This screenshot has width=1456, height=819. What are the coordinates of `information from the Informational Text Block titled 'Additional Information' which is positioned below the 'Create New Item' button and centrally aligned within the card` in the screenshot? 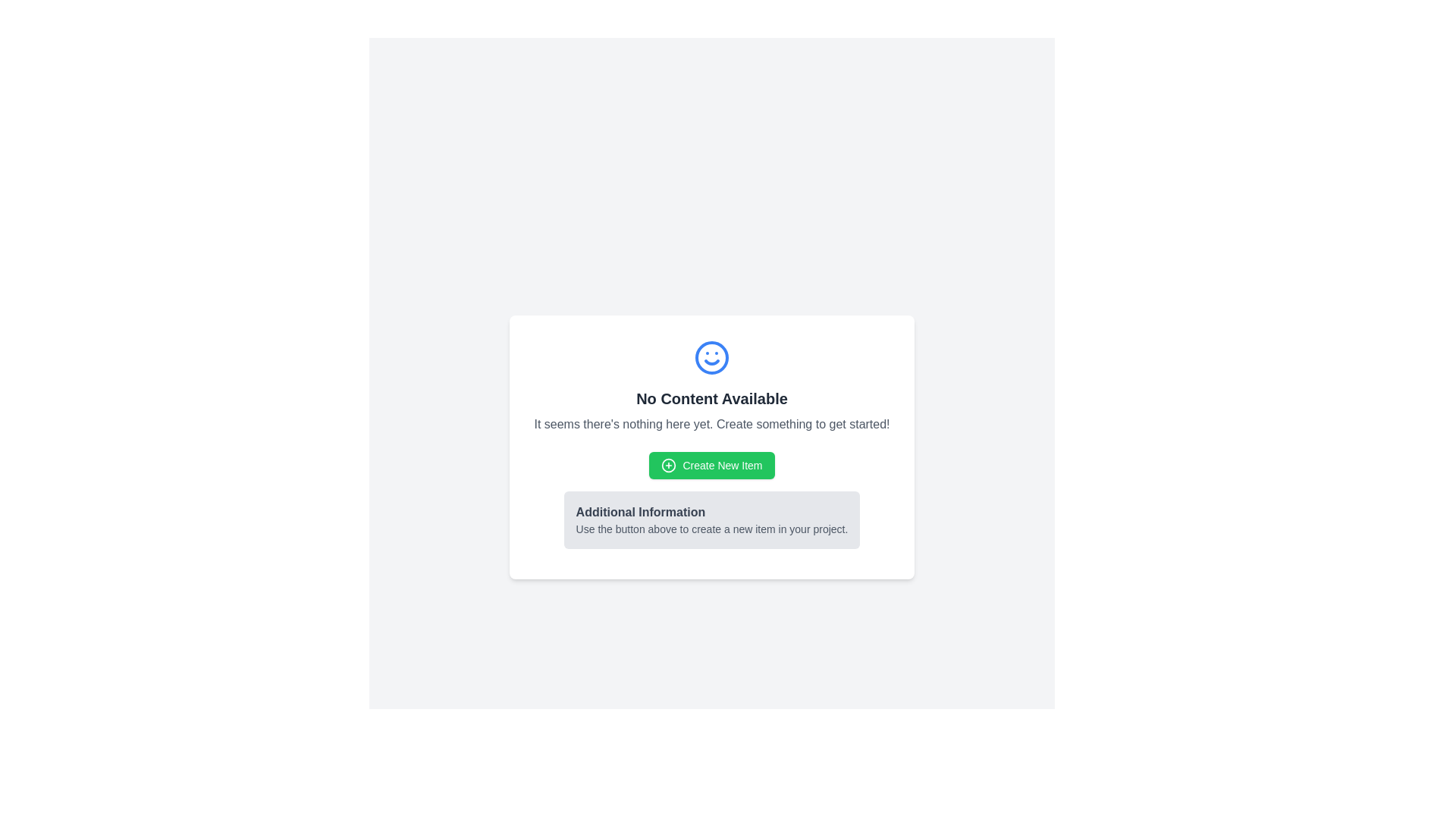 It's located at (711, 519).